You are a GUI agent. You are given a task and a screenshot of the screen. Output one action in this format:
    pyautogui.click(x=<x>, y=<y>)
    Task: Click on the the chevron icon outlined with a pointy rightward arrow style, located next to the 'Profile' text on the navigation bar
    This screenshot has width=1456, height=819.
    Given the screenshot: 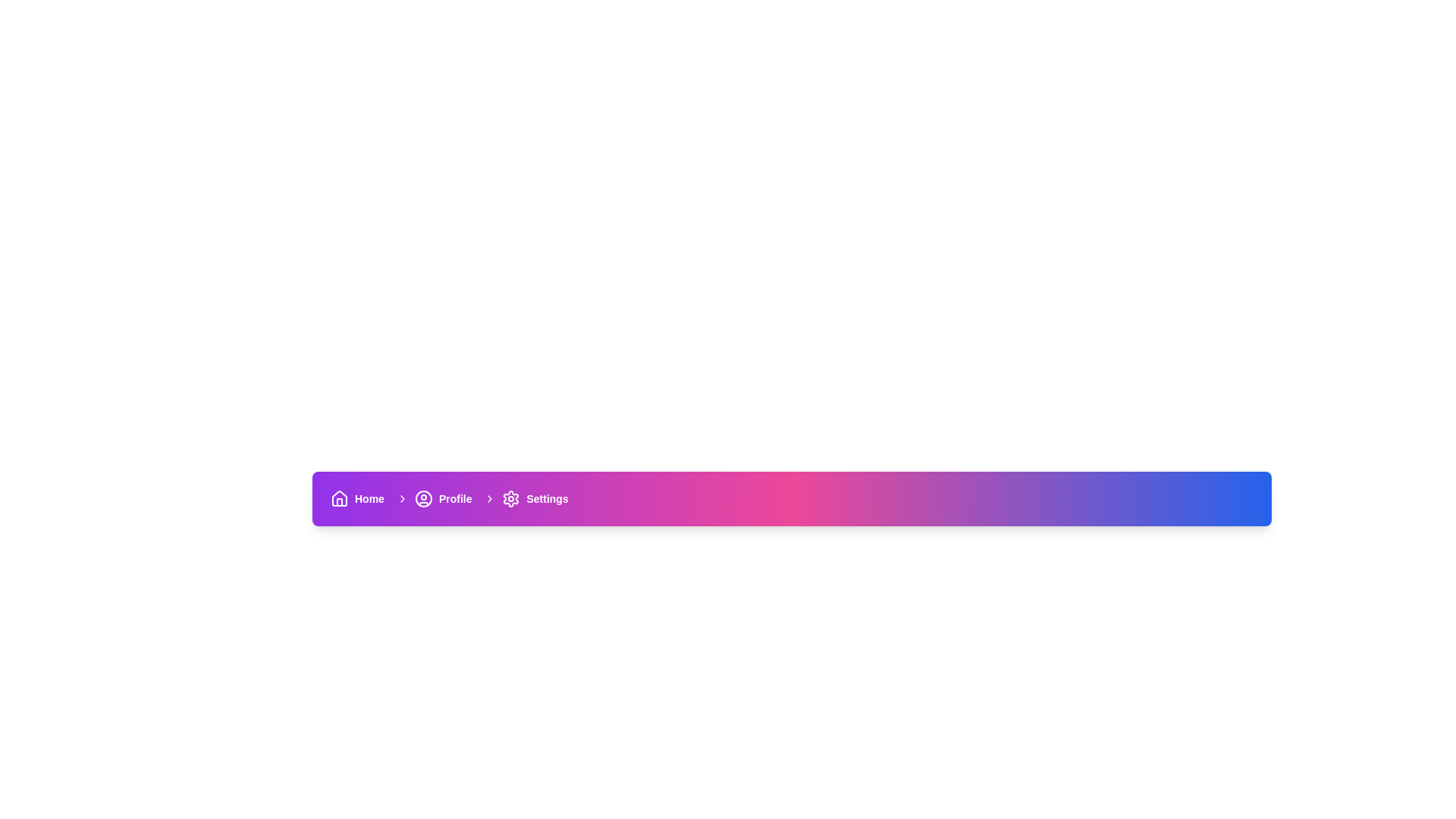 What is the action you would take?
    pyautogui.click(x=402, y=499)
    